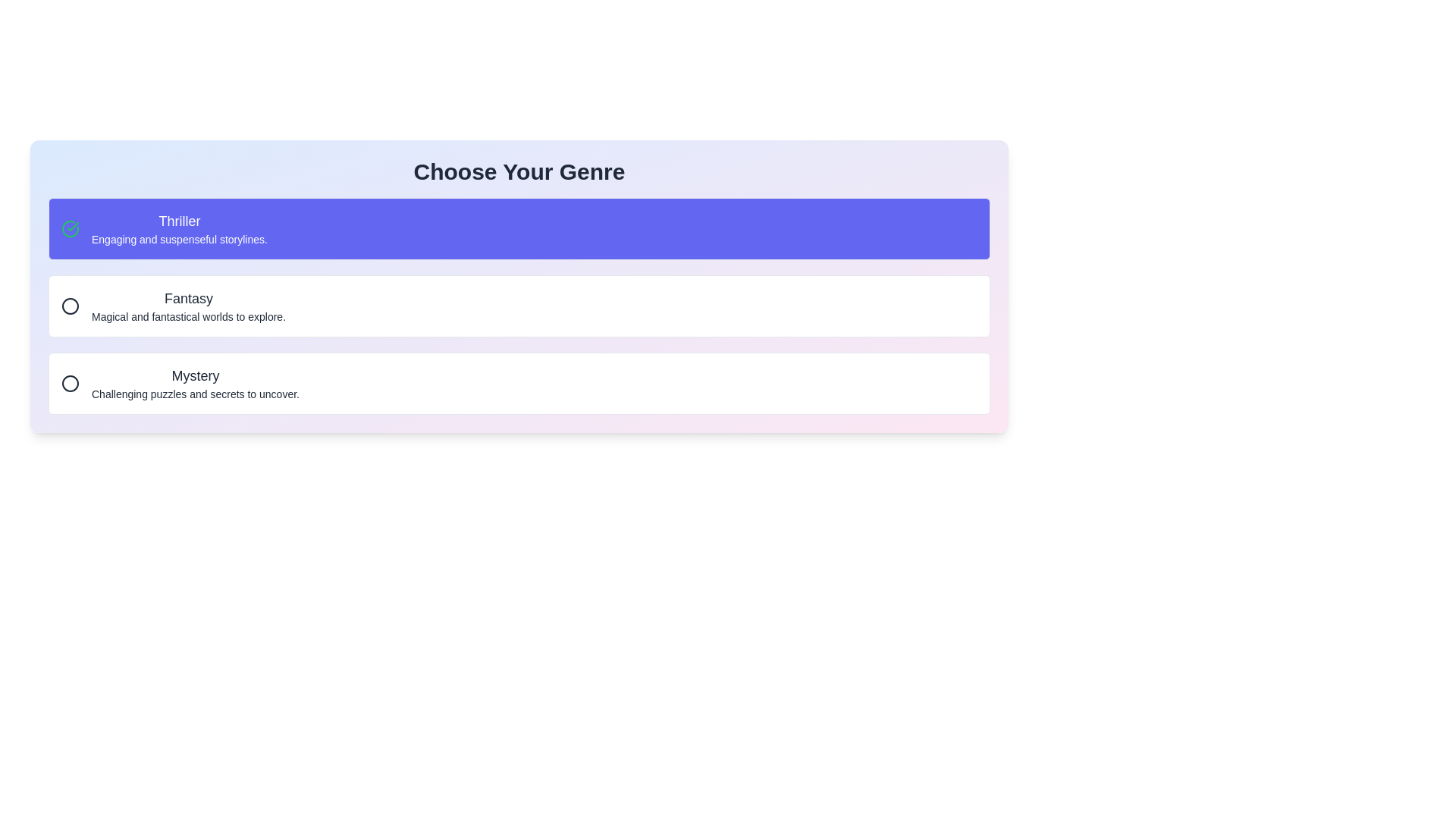  I want to click on text label that provides a description for the 'Thriller' genre, which is centrally aligned under the heading 'Choose Your Genre', so click(179, 239).